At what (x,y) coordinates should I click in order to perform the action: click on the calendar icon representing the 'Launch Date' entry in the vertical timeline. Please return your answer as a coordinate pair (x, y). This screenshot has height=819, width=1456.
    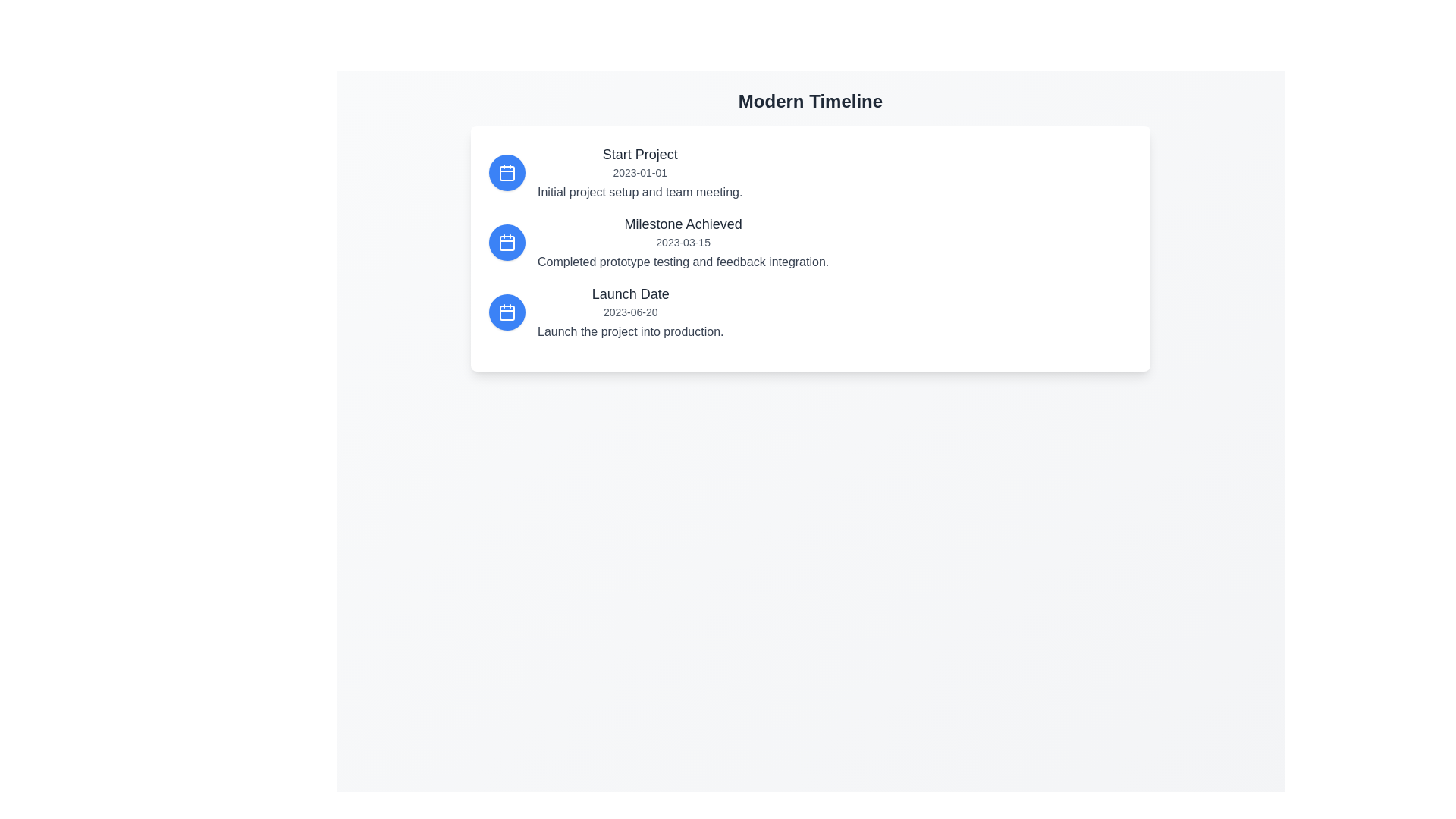
    Looking at the image, I should click on (507, 312).